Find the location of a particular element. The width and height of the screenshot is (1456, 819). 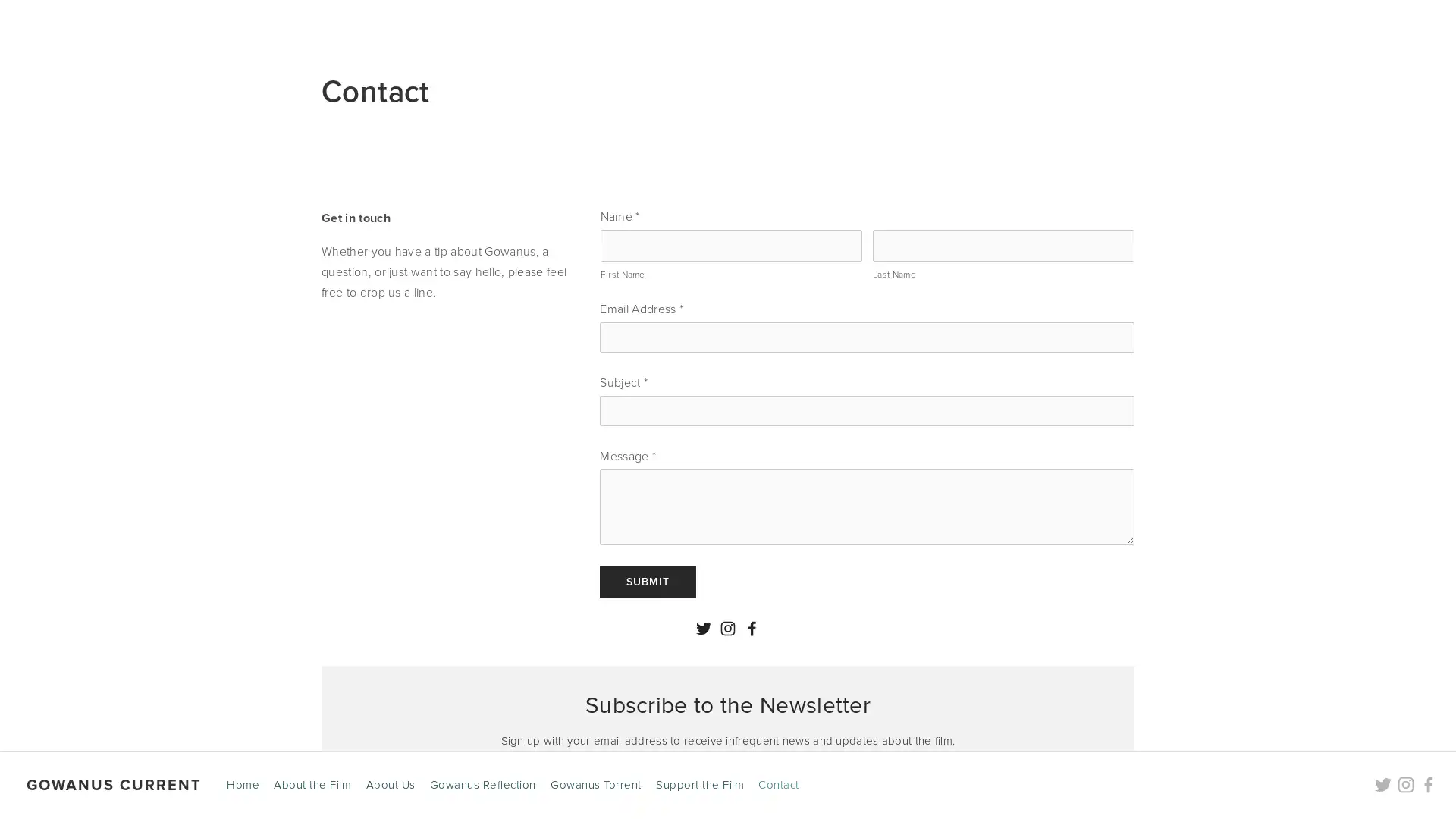

SIGN UP is located at coordinates (823, 795).